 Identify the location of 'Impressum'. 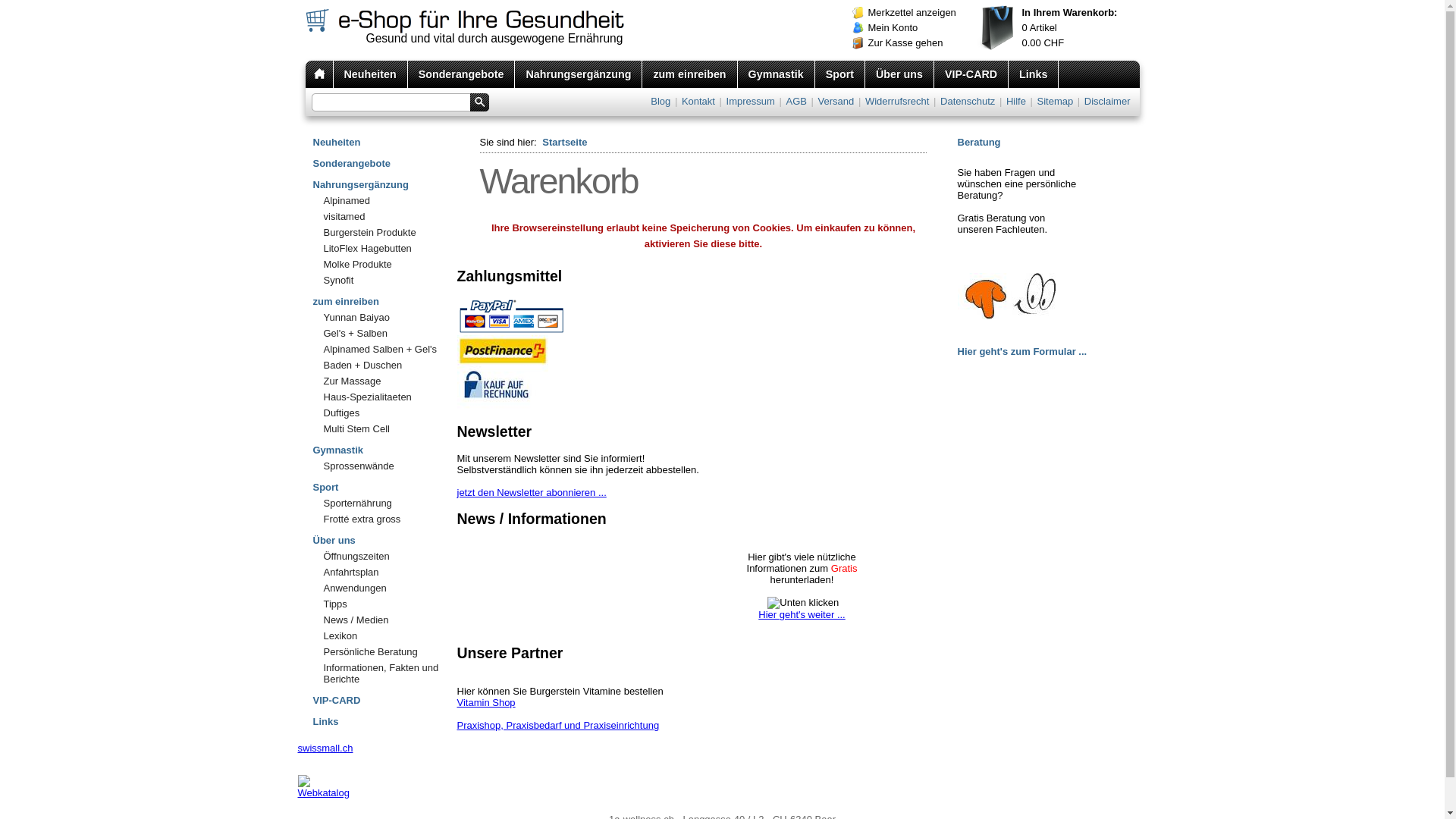
(750, 101).